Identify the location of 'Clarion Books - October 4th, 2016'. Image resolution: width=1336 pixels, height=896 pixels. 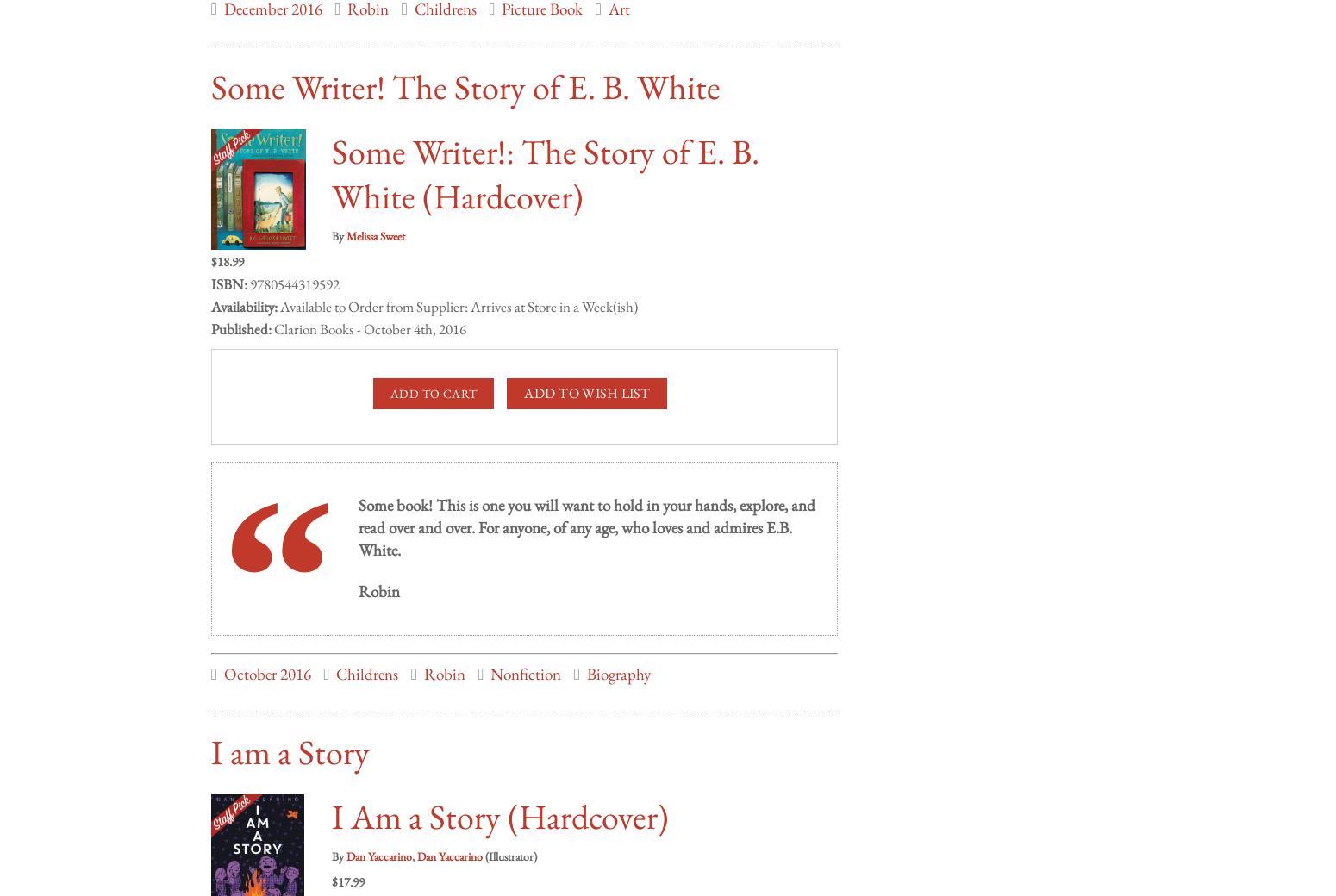
(368, 311).